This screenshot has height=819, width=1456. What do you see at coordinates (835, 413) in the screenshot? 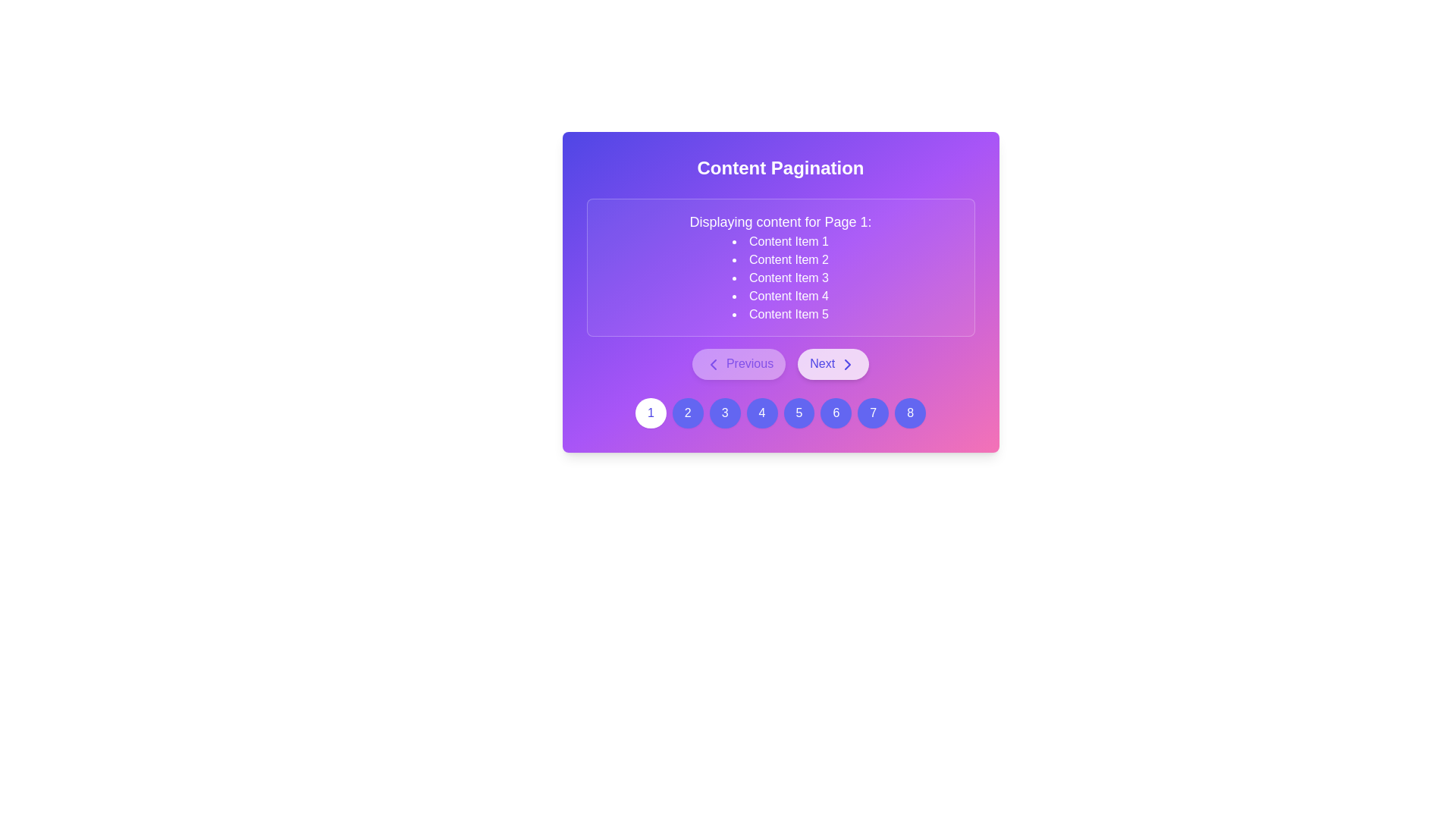
I see `the circular blue button displaying the number '6'` at bounding box center [835, 413].